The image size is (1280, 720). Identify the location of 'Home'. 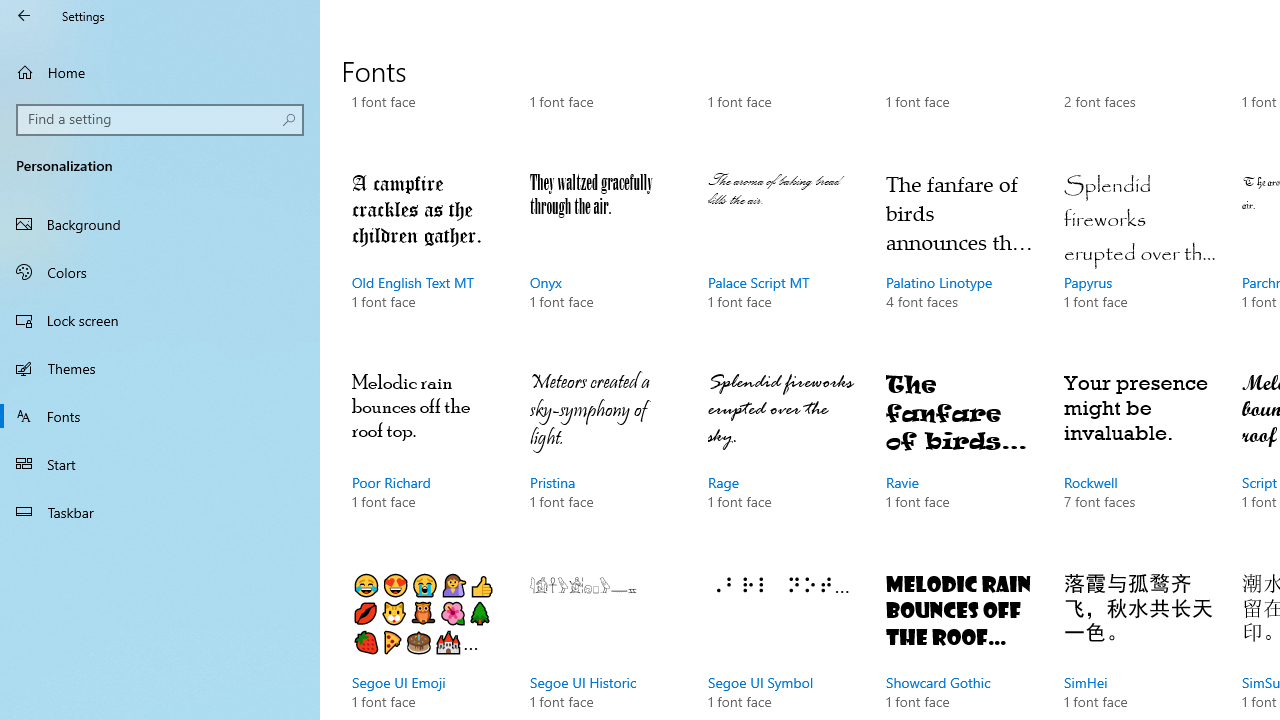
(160, 71).